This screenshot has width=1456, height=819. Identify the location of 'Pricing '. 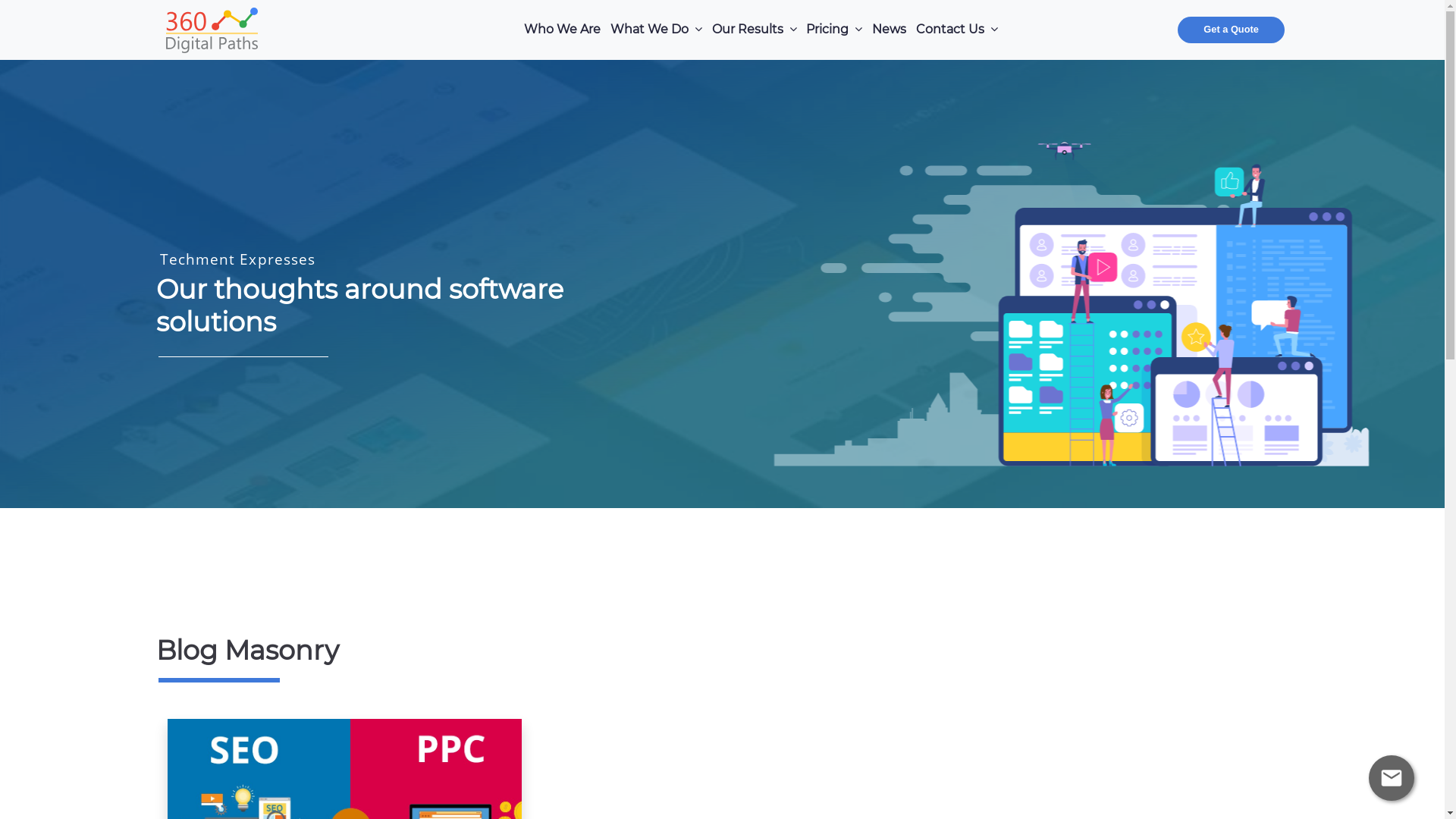
(833, 30).